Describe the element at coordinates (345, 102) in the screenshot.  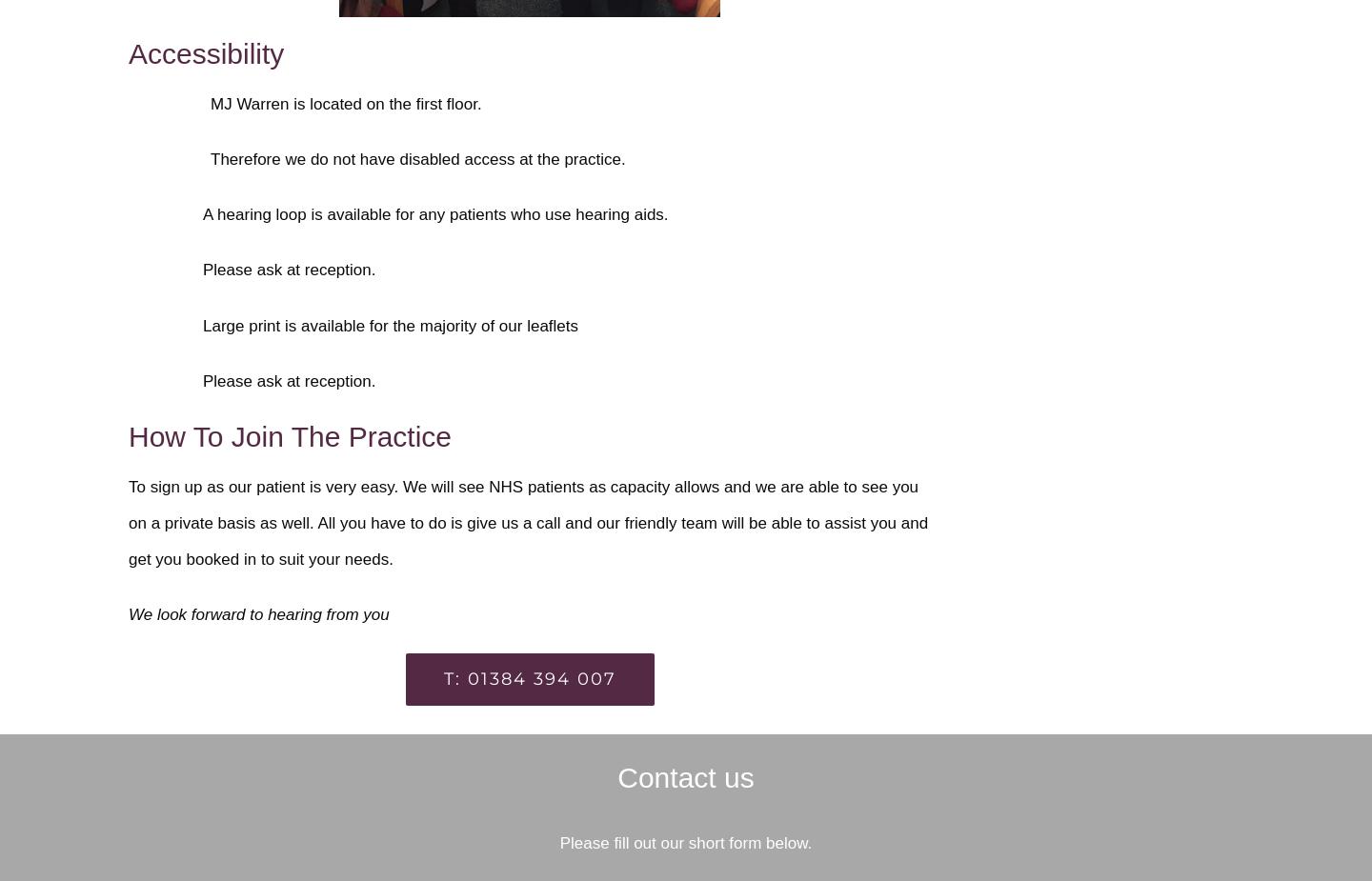
I see `'MJ Warren is located on the first floor.'` at that location.